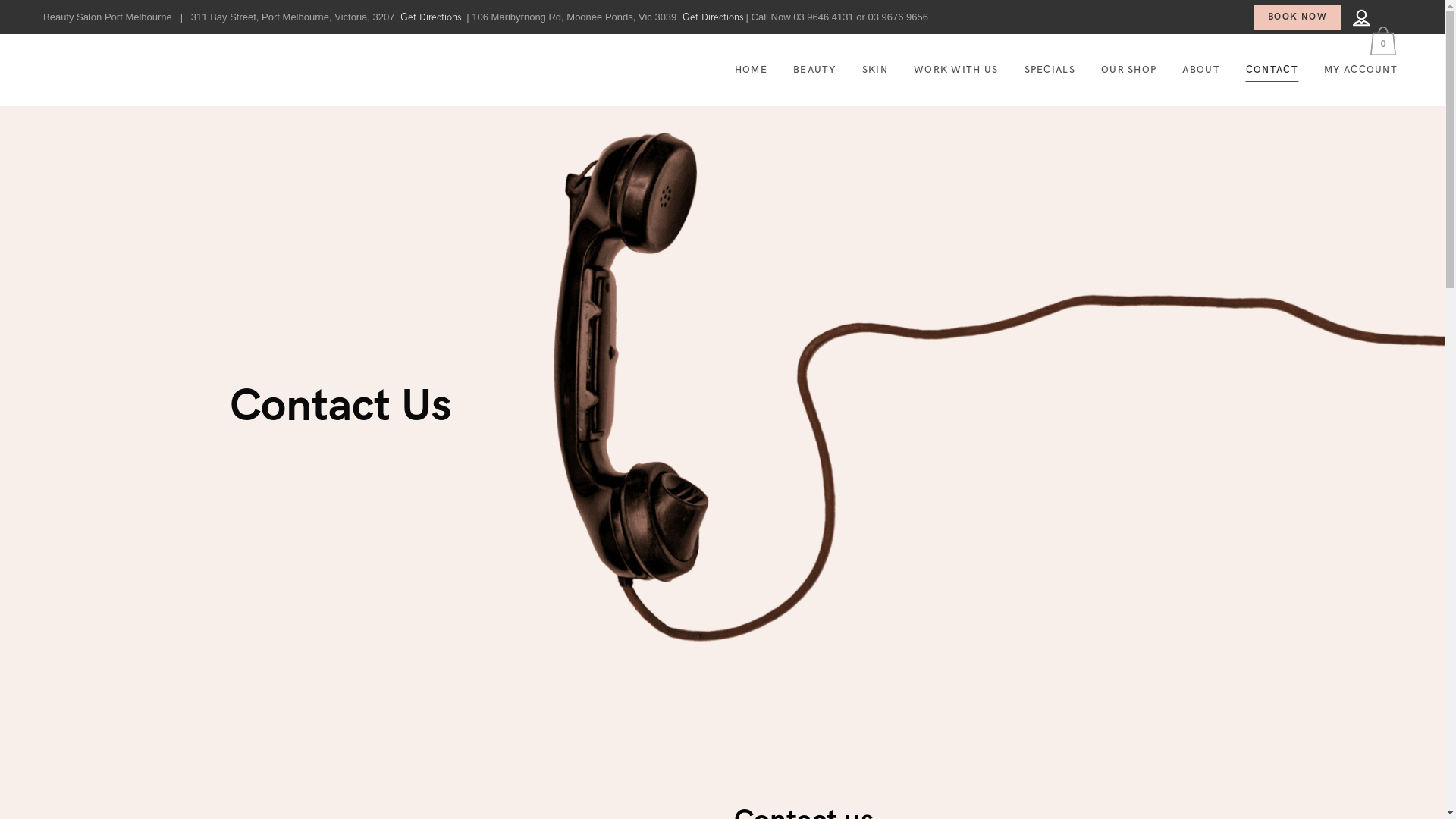  I want to click on 'CONTACT', so click(1233, 70).